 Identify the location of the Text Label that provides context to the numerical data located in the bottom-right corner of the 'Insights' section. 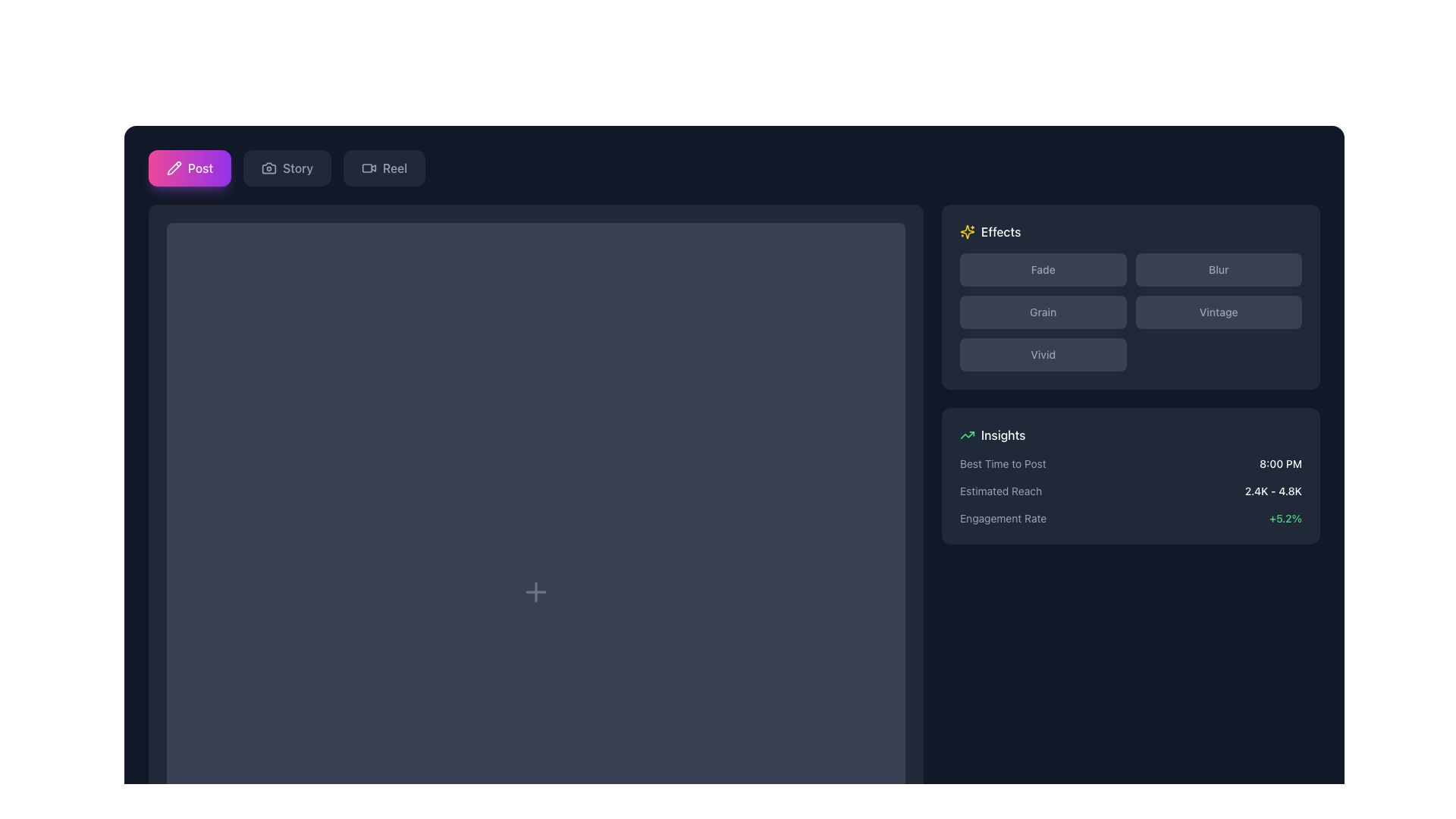
(1003, 517).